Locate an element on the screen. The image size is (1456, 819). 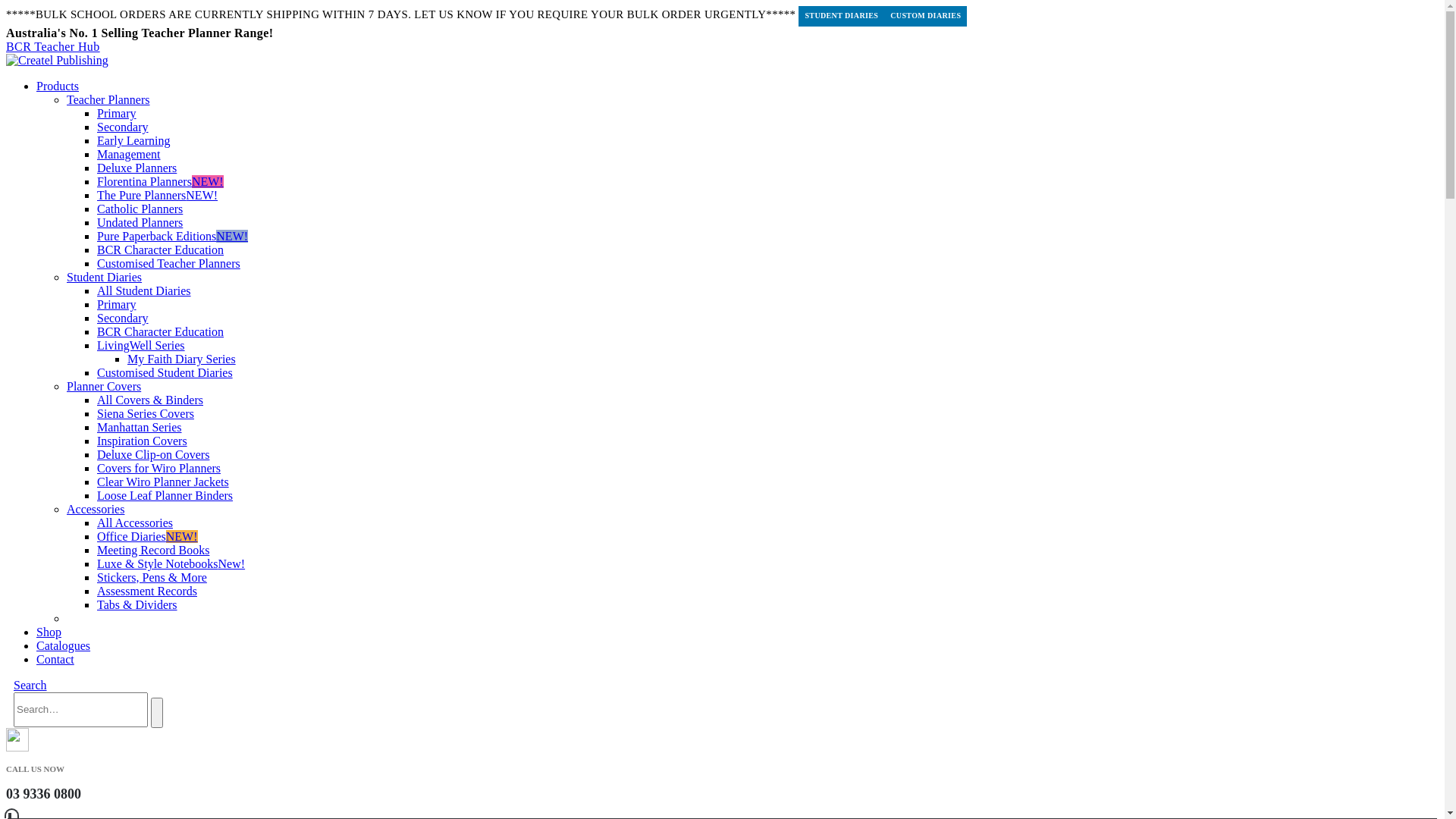
'Early Learning' is located at coordinates (133, 140).